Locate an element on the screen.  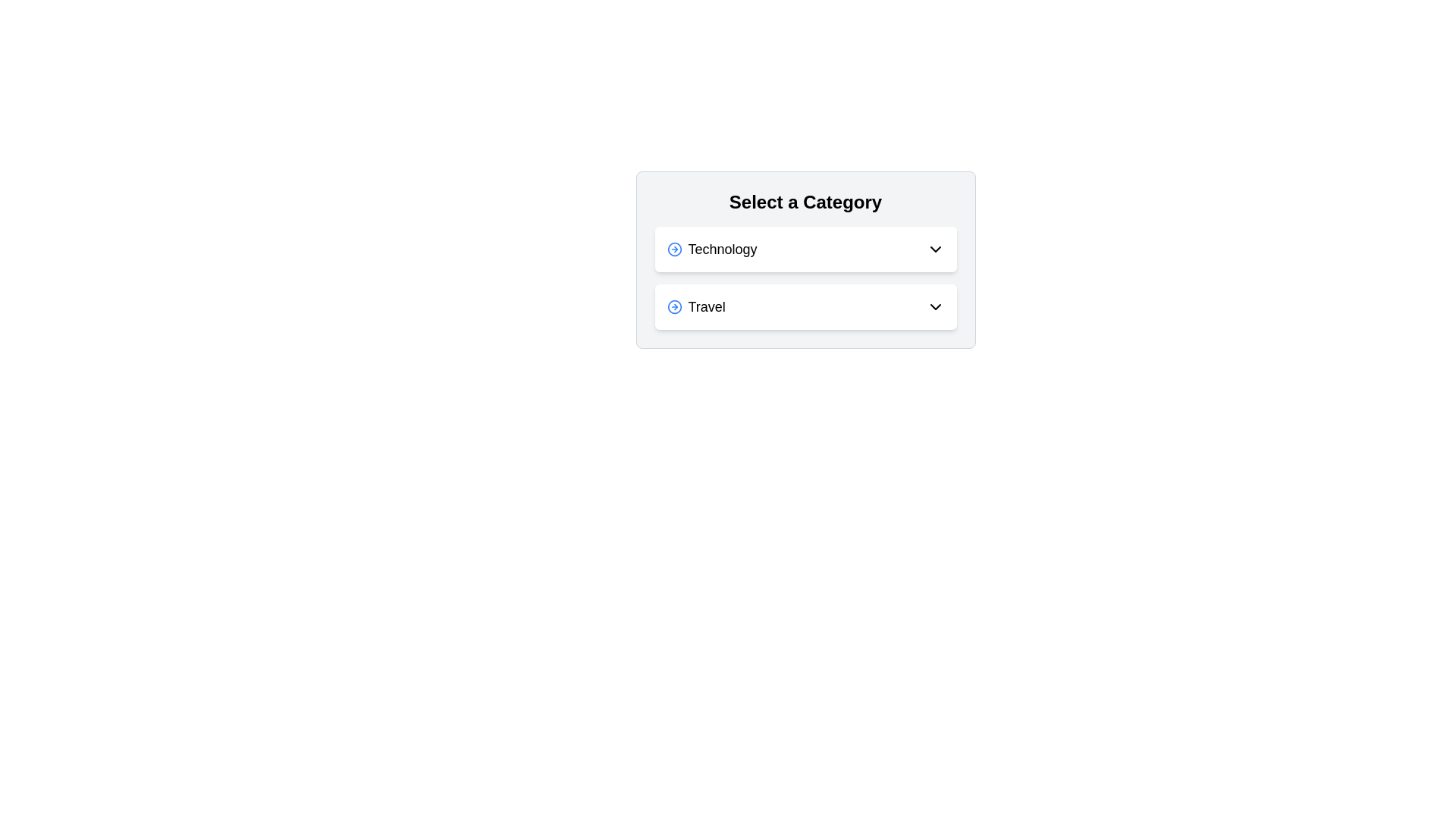
the 'Technology' text with the arrow icon is located at coordinates (711, 248).